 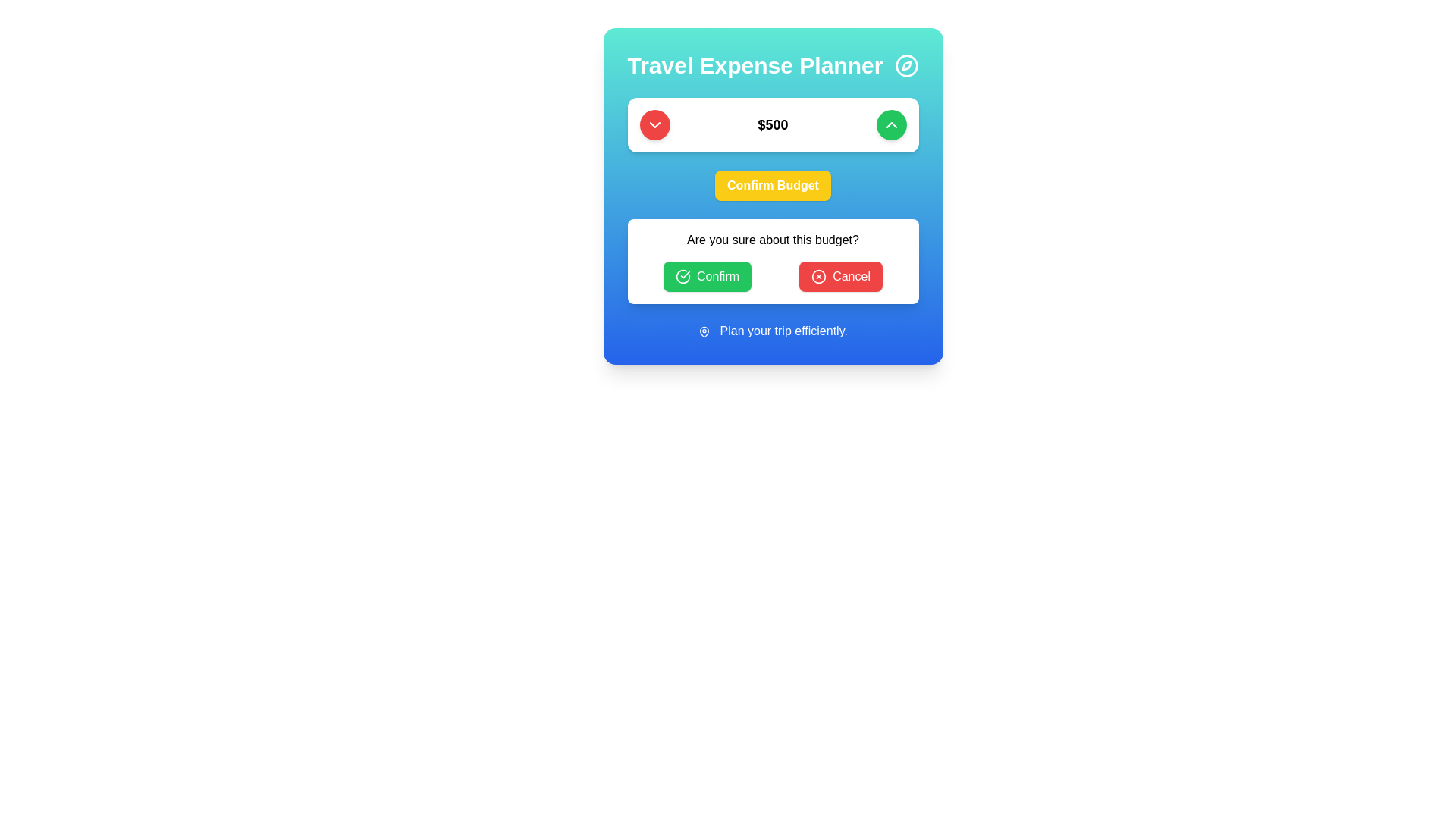 What do you see at coordinates (906, 65) in the screenshot?
I see `the outer circle of the compass-style icon located in the top-right corner of the 'Travel Expense Planner' card` at bounding box center [906, 65].